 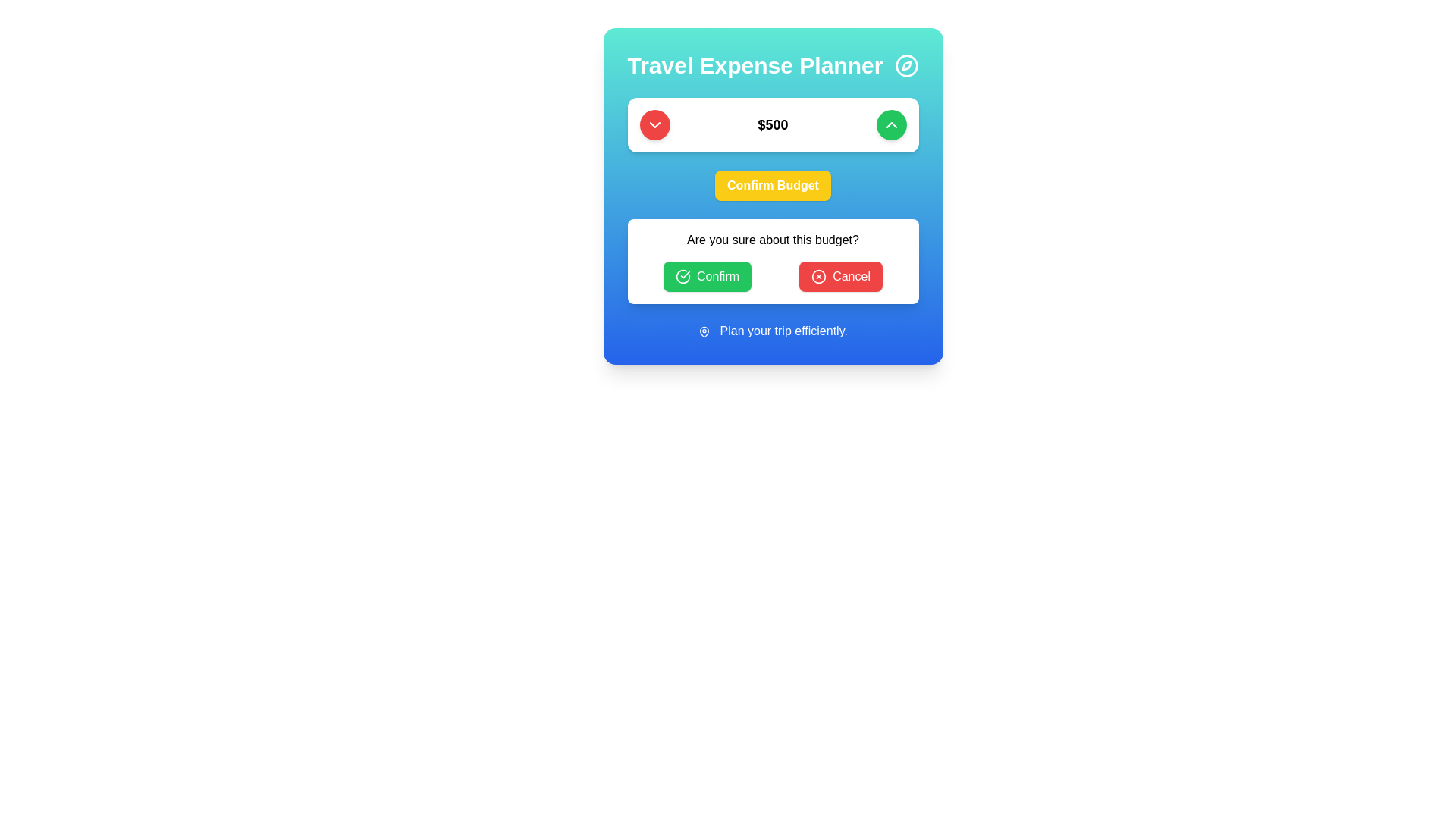 What do you see at coordinates (906, 65) in the screenshot?
I see `the outer circle of the compass-style icon located in the top-right corner of the 'Travel Expense Planner' card` at bounding box center [906, 65].